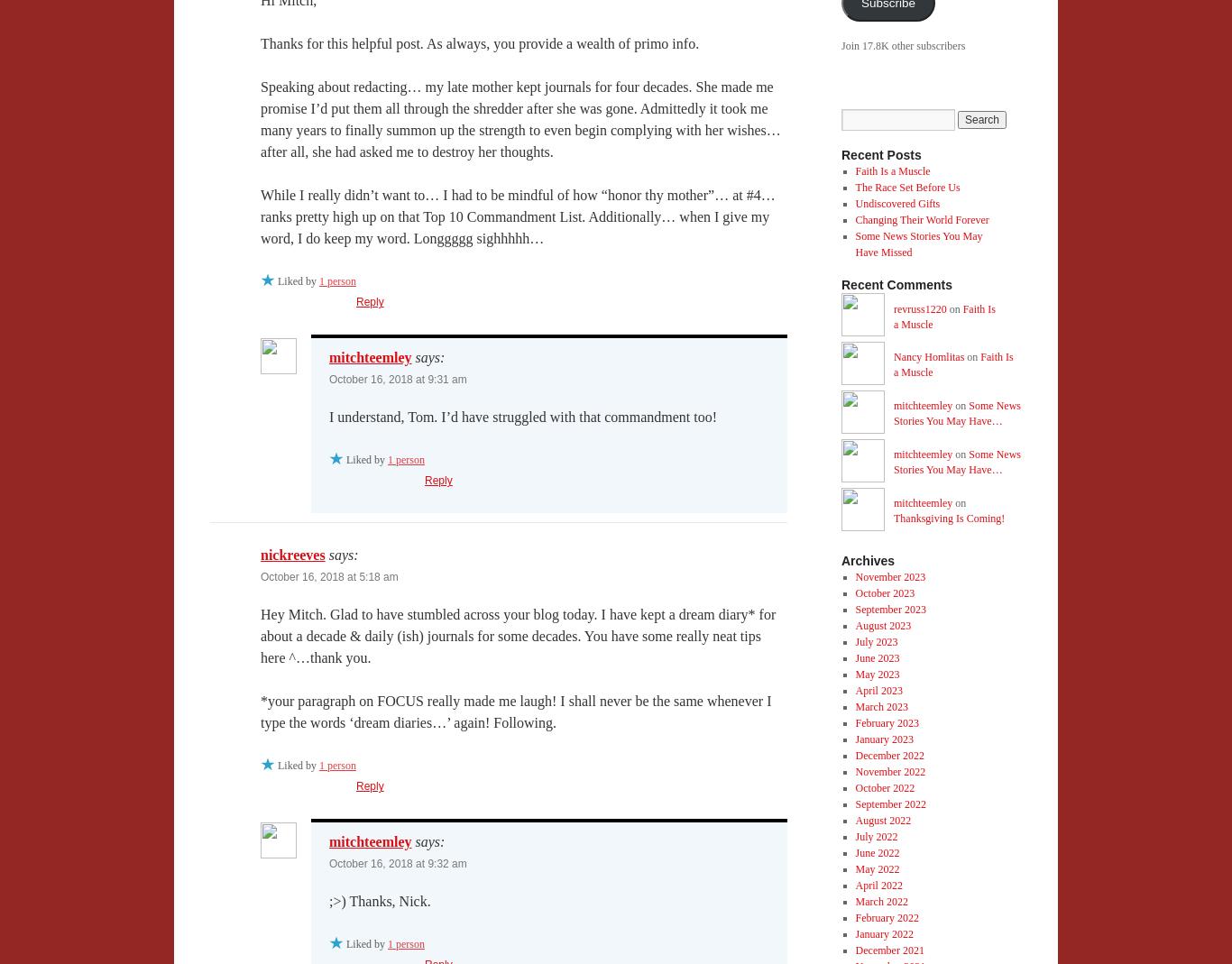 The height and width of the screenshot is (964, 1232). What do you see at coordinates (877, 673) in the screenshot?
I see `'May 2023'` at bounding box center [877, 673].